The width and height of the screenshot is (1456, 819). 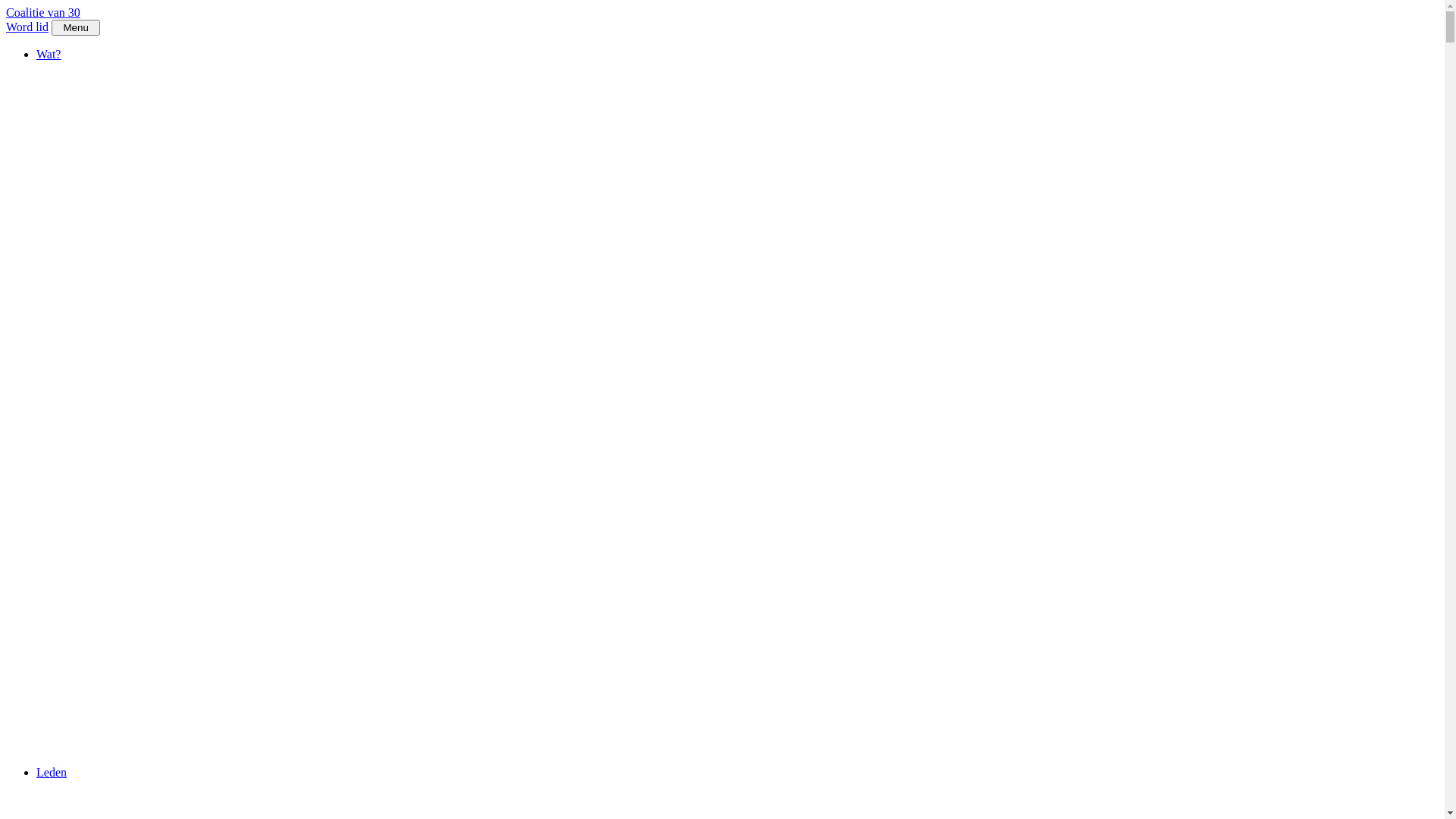 What do you see at coordinates (6, 27) in the screenshot?
I see `'Word lid'` at bounding box center [6, 27].